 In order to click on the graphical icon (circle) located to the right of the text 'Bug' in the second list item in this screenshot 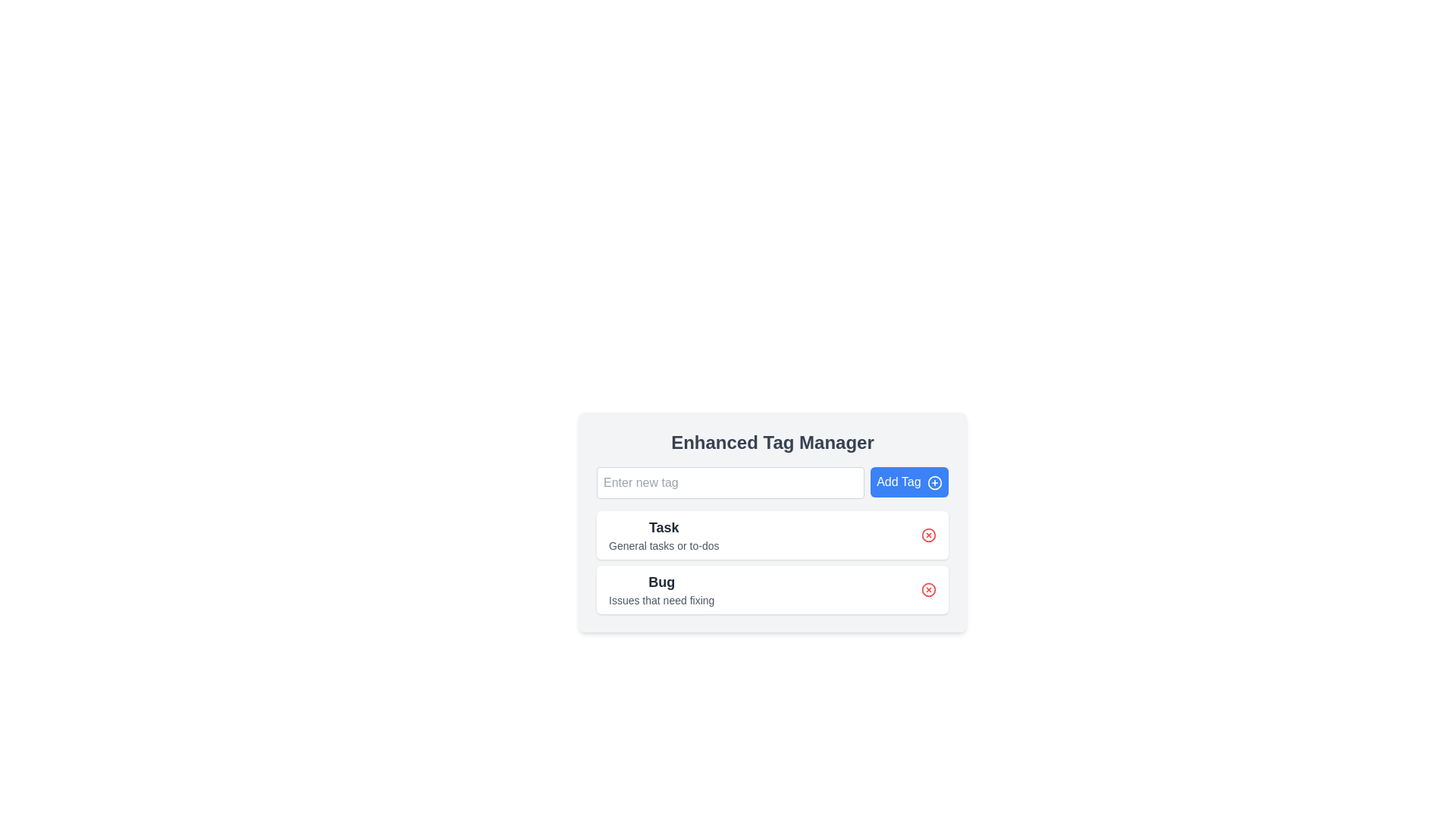, I will do `click(927, 534)`.